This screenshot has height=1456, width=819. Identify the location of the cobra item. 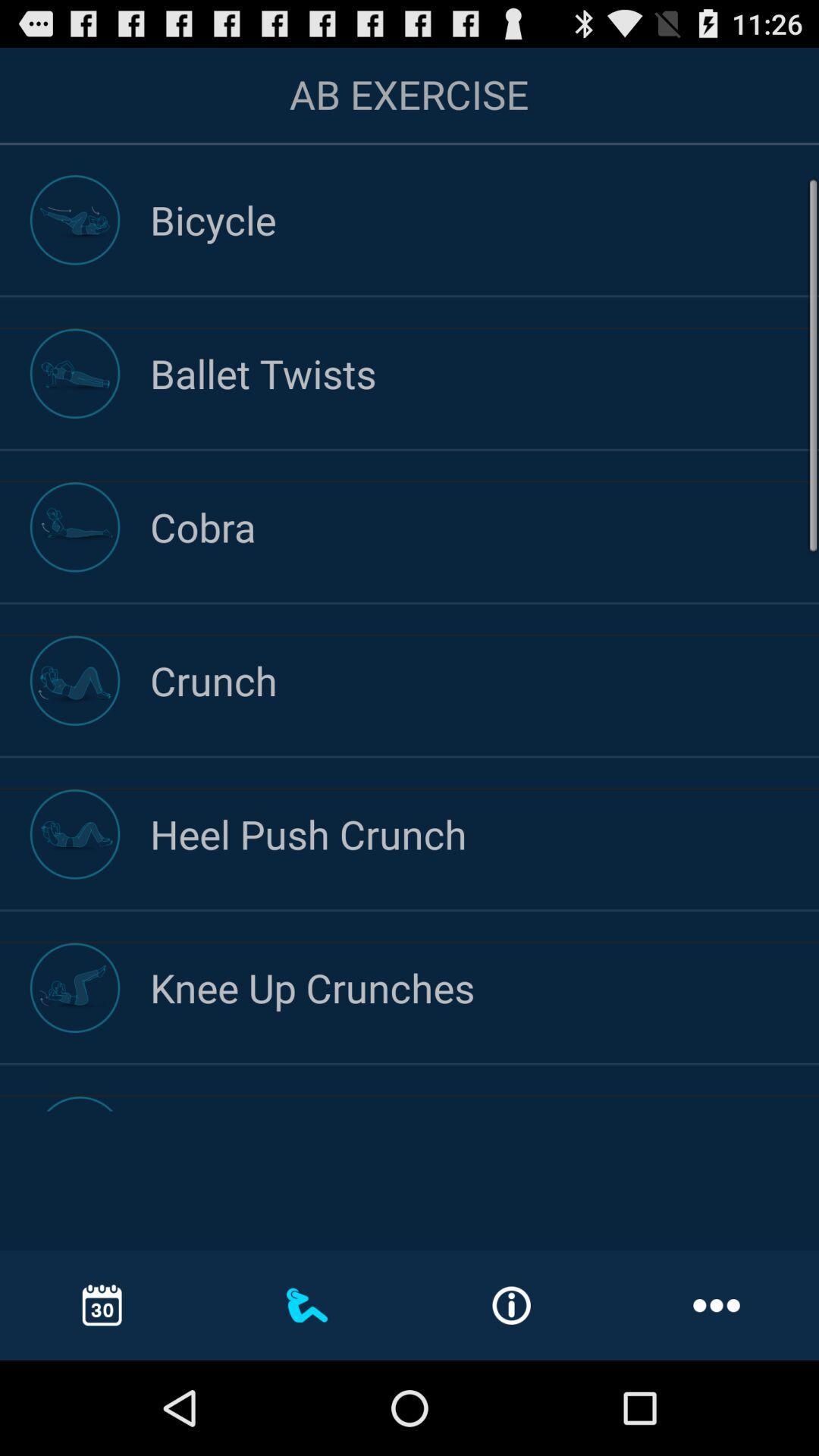
(485, 526).